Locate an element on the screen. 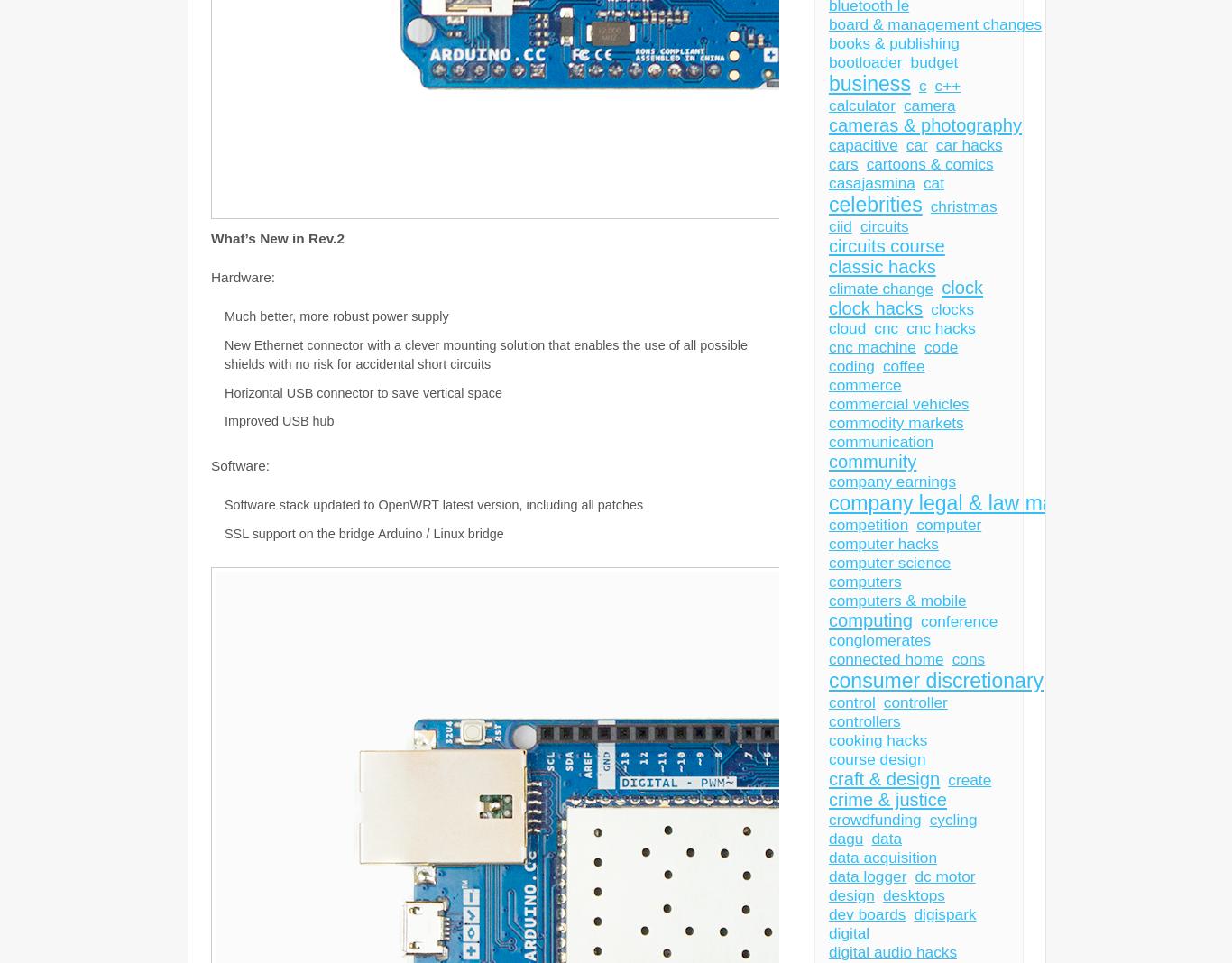 This screenshot has height=963, width=1232. 'casajasmina' is located at coordinates (829, 183).